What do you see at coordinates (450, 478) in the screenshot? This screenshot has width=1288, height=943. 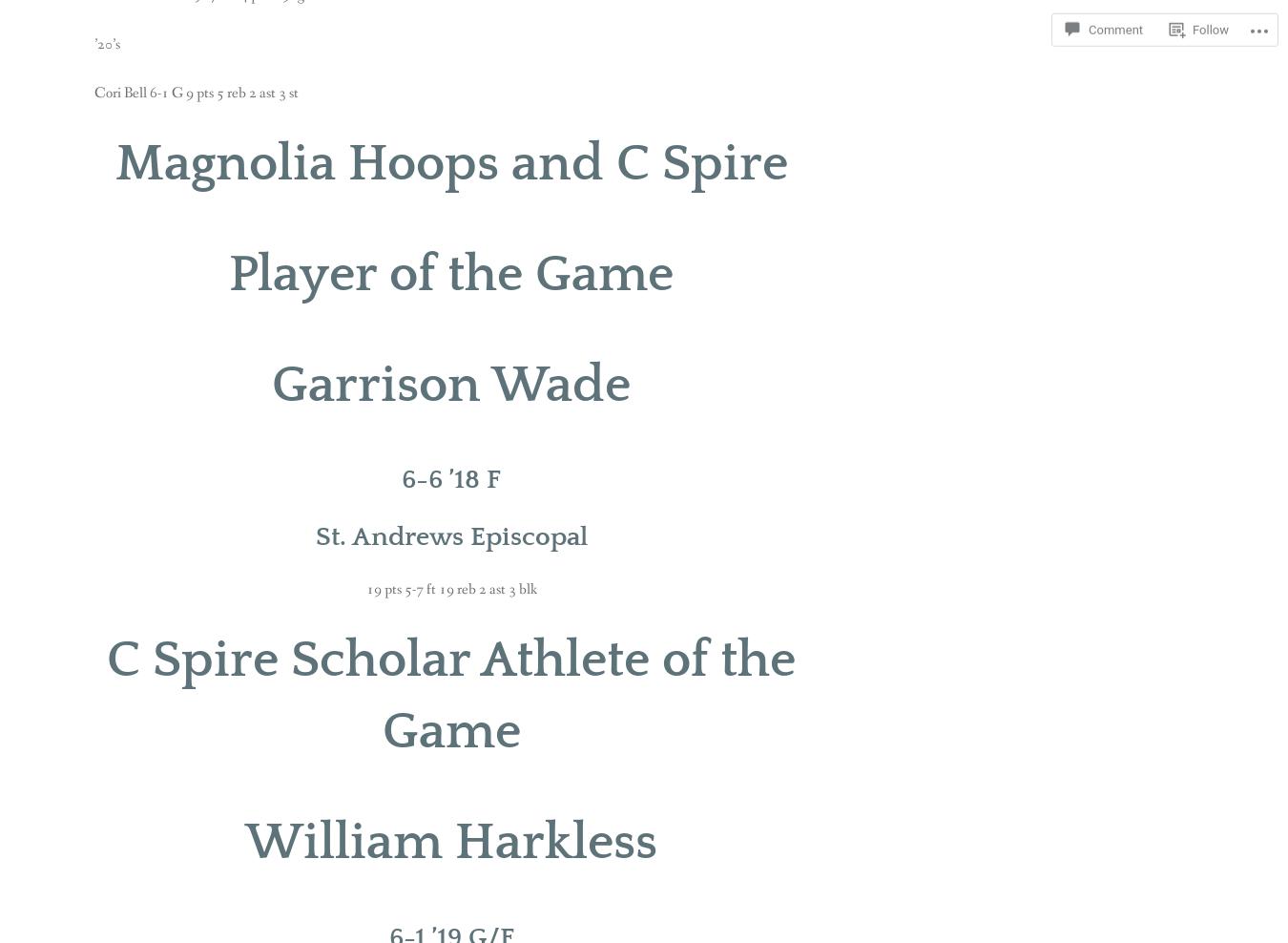 I see `'6-6 ’18 F'` at bounding box center [450, 478].